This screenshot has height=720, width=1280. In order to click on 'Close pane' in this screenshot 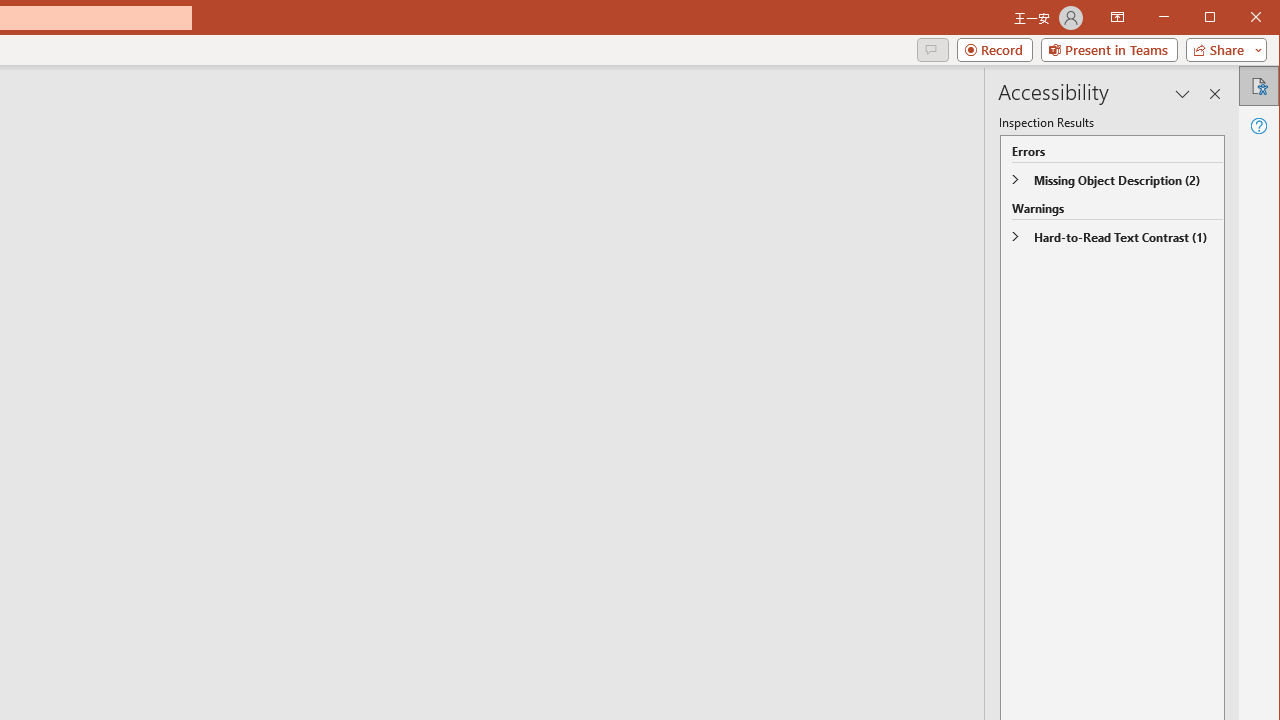, I will do `click(1214, 93)`.